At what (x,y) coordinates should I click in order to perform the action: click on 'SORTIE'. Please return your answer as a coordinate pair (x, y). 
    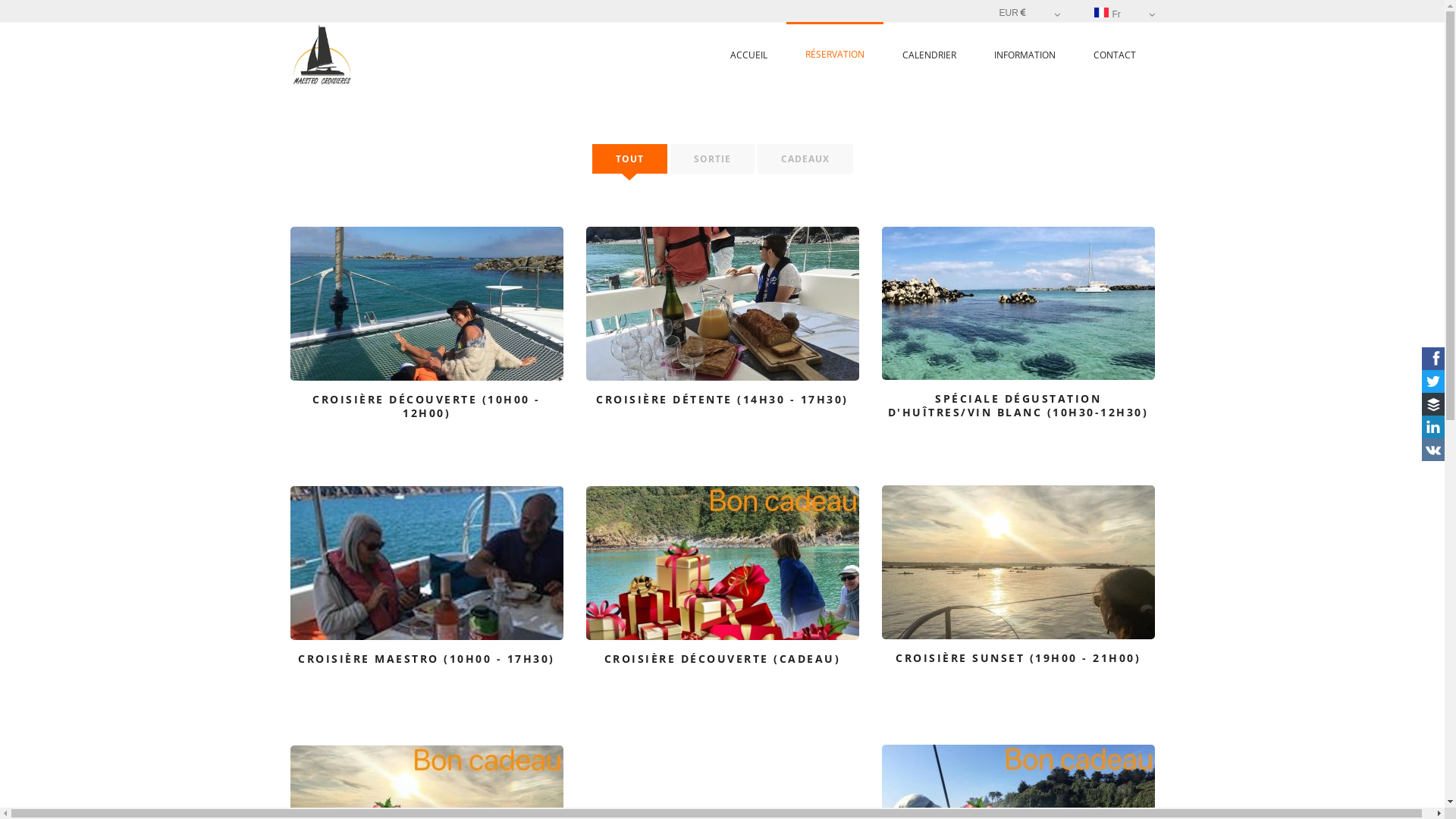
    Looking at the image, I should click on (711, 158).